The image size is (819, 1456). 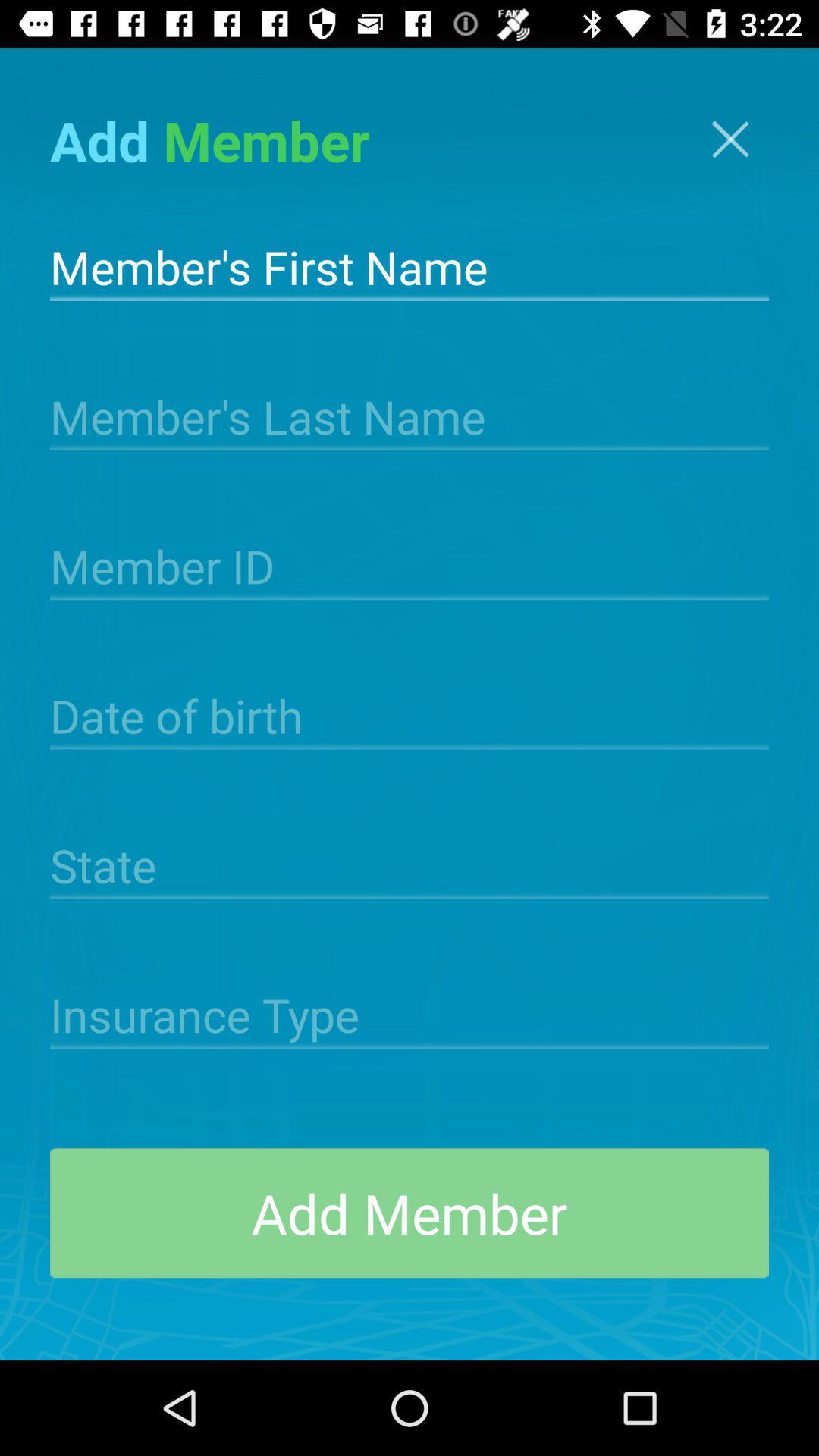 What do you see at coordinates (409, 714) in the screenshot?
I see `date of birth field` at bounding box center [409, 714].